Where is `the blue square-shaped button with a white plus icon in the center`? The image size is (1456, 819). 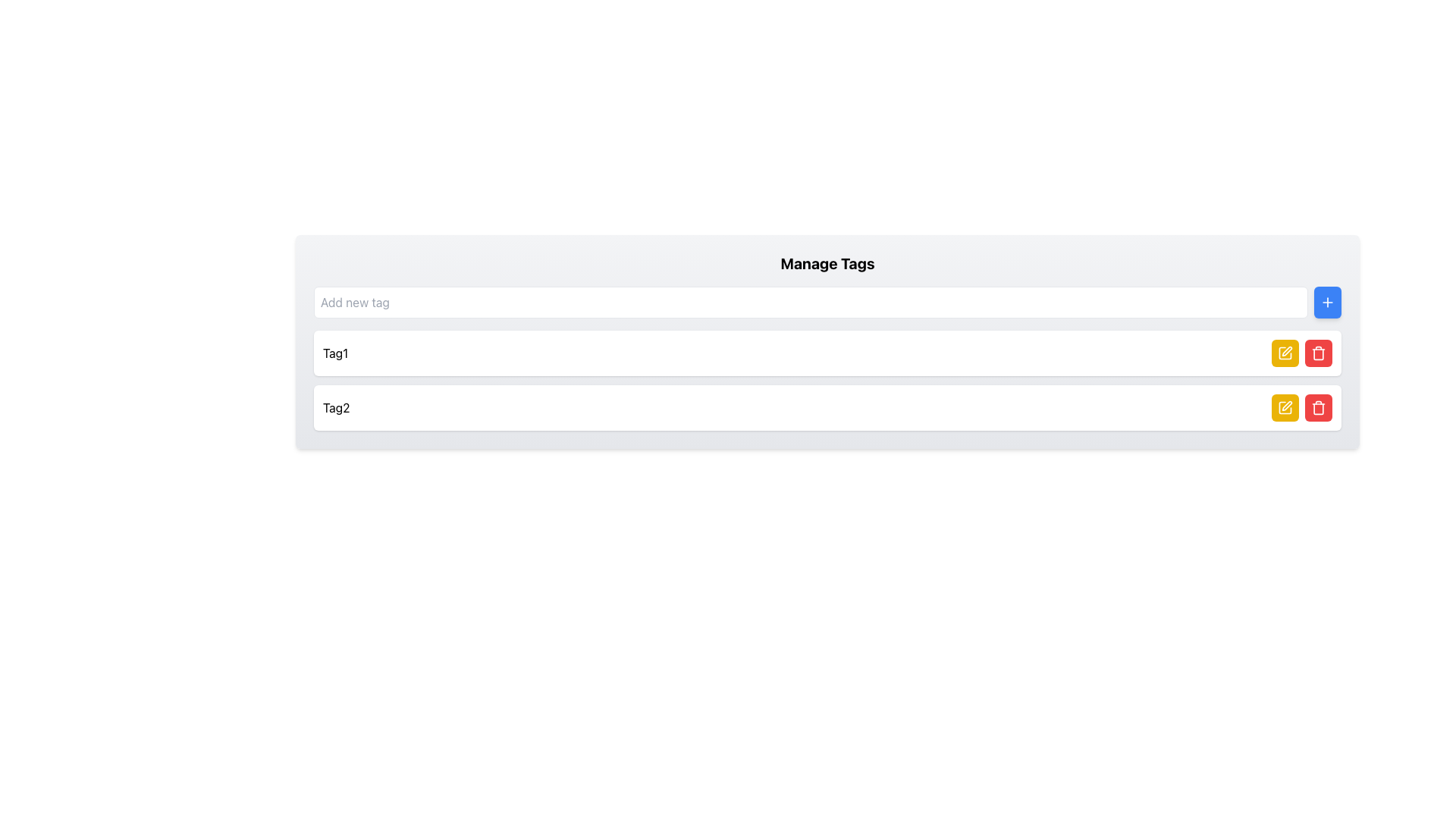
the blue square-shaped button with a white plus icon in the center is located at coordinates (1327, 302).